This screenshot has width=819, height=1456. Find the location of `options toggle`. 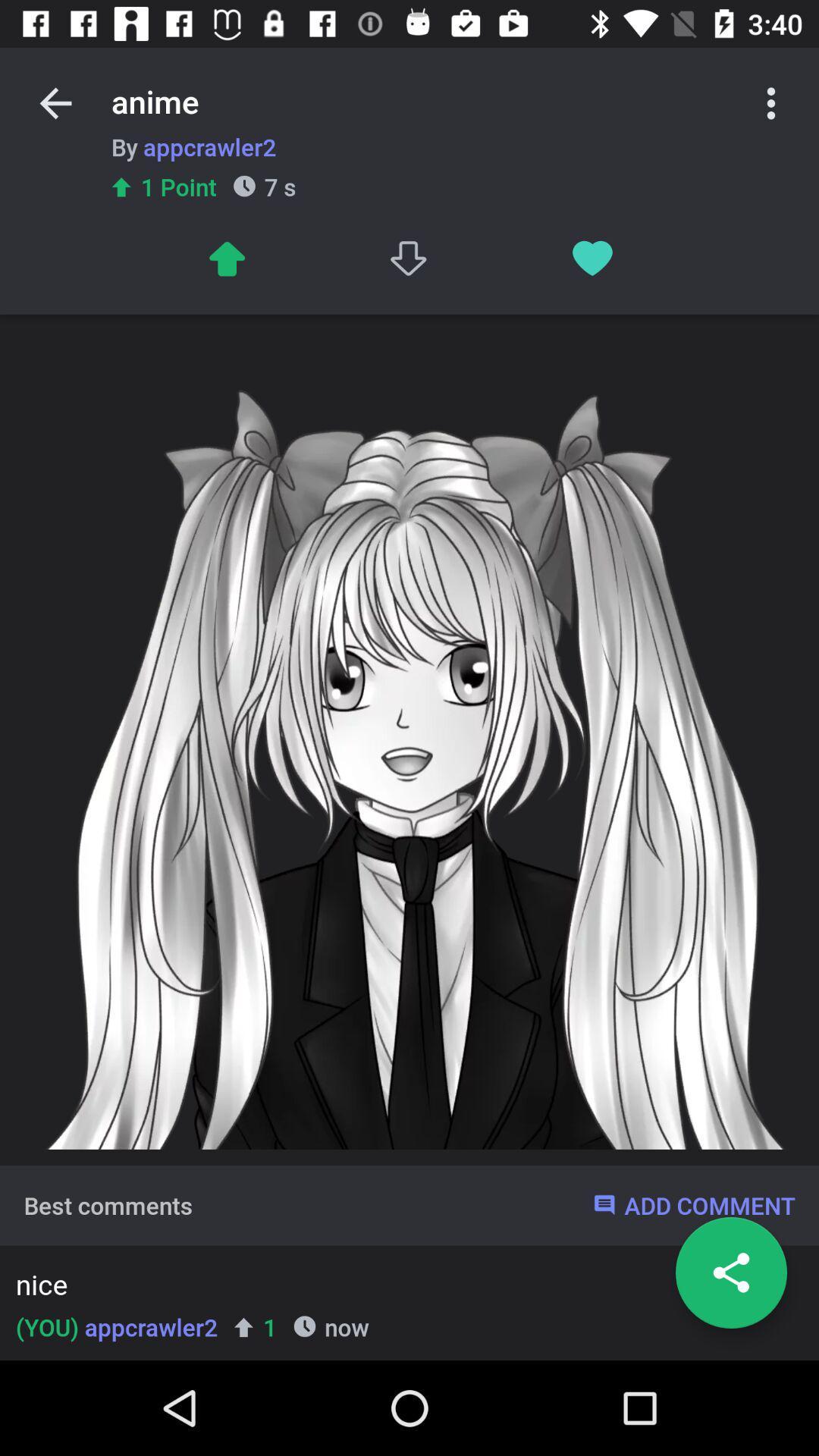

options toggle is located at coordinates (771, 102).